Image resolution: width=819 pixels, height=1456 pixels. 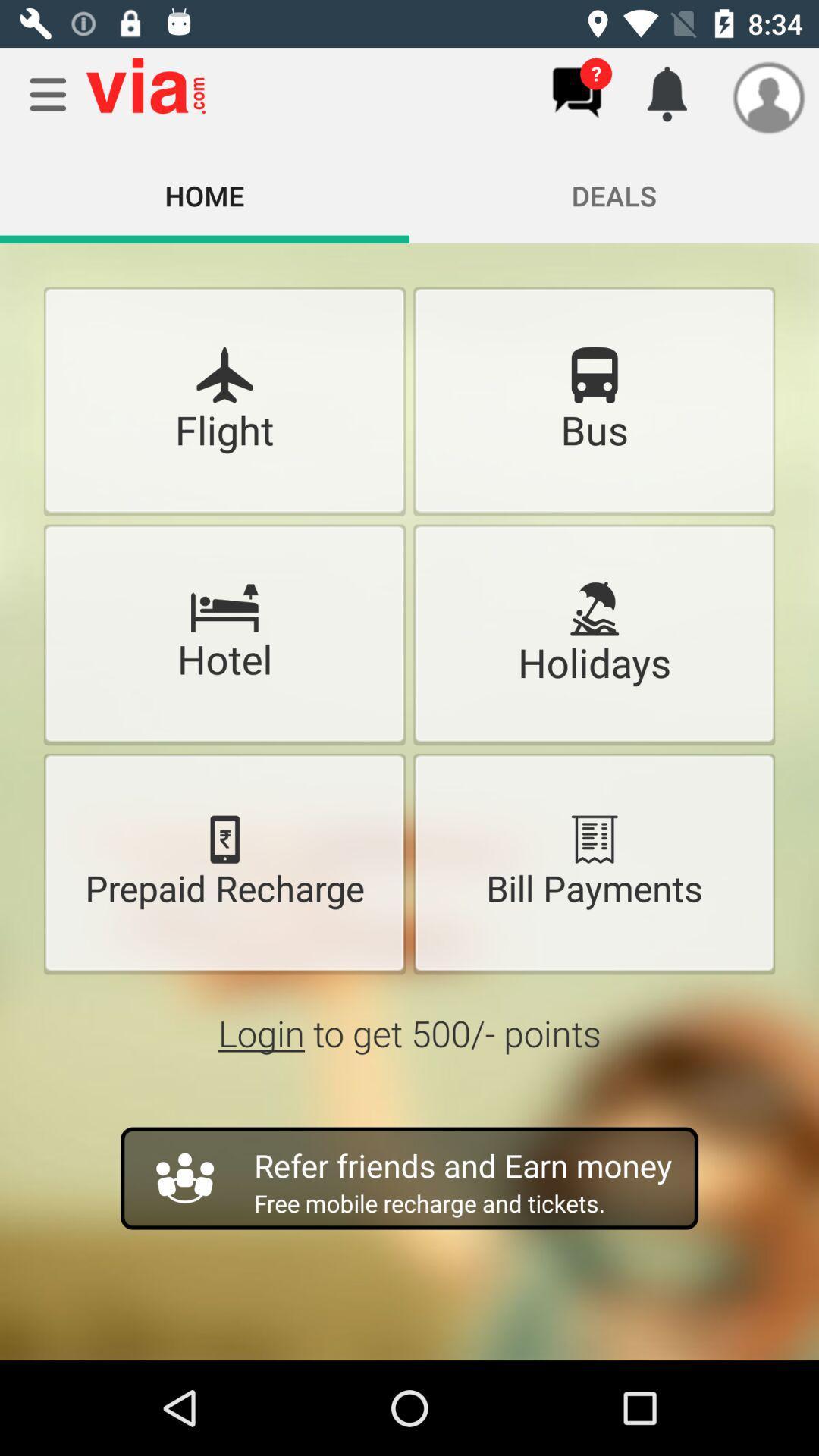 I want to click on the bill payments icon, so click(x=593, y=839).